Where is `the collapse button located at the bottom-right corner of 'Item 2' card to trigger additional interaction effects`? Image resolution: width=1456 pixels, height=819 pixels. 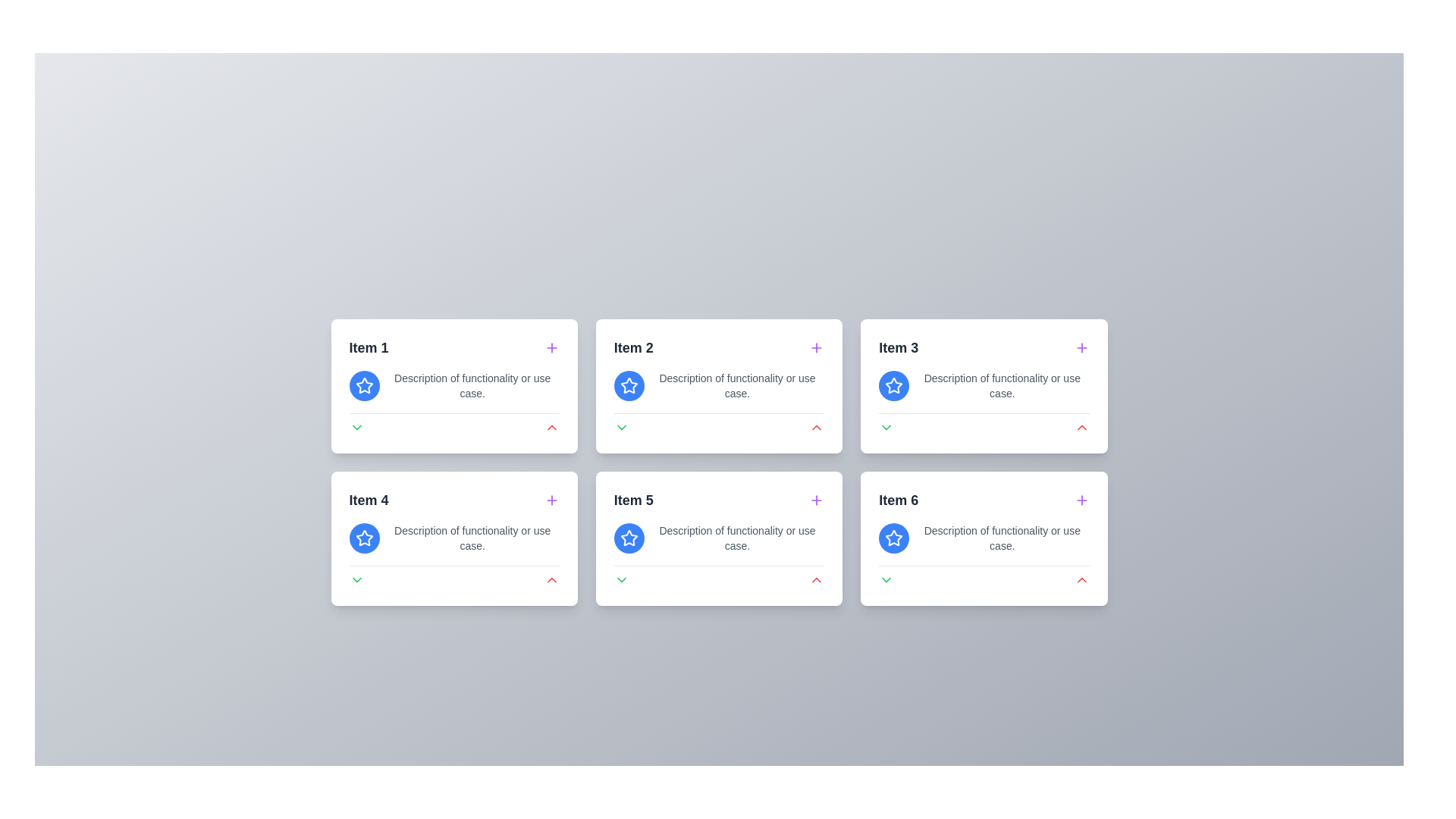 the collapse button located at the bottom-right corner of 'Item 2' card to trigger additional interaction effects is located at coordinates (551, 427).